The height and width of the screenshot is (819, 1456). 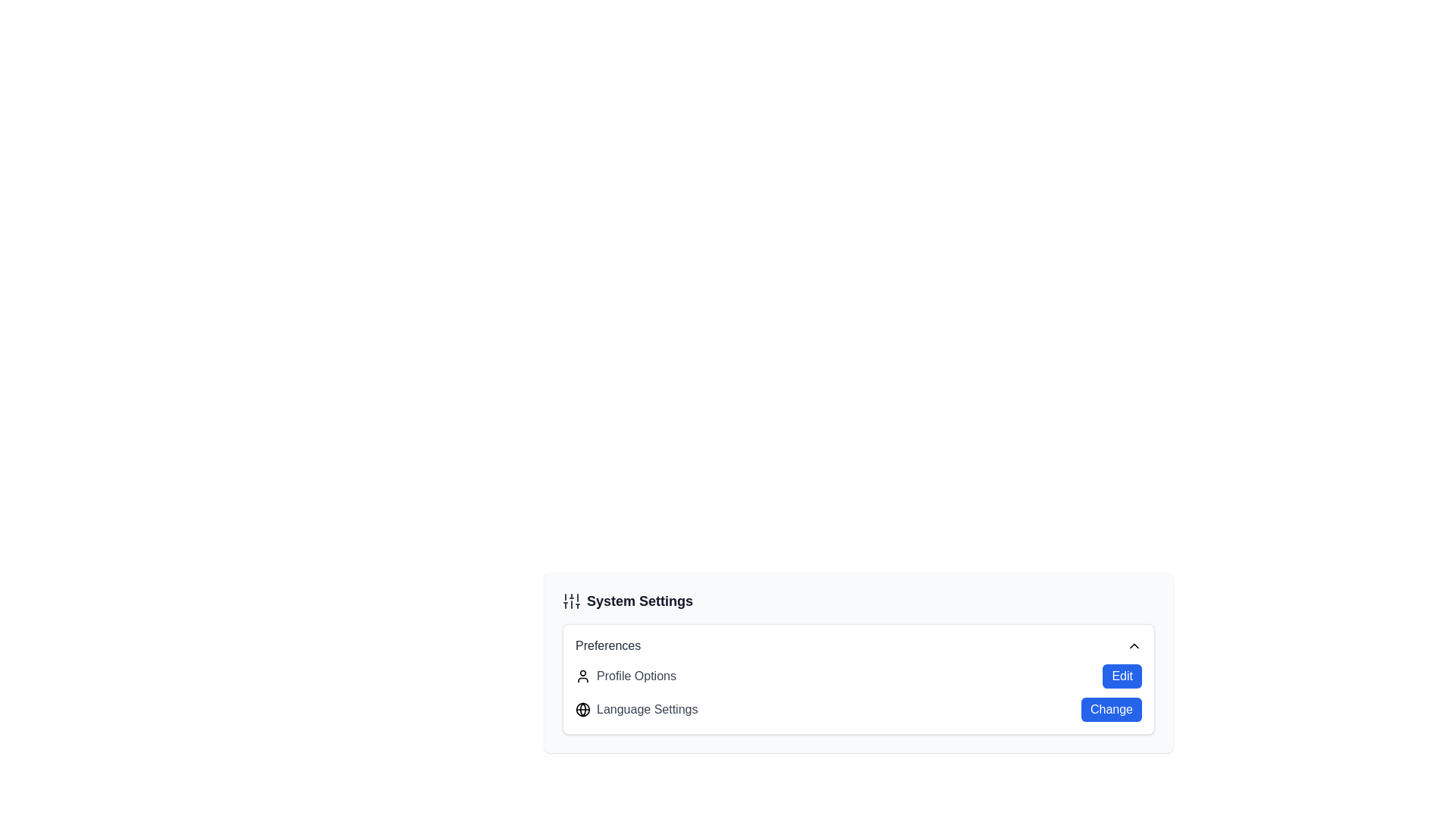 What do you see at coordinates (636, 675) in the screenshot?
I see `the Text Label that identifies the profile settings and preferences, positioned to the right of the user profile icon in the 'Preferences' section of the 'System Settings' panel` at bounding box center [636, 675].